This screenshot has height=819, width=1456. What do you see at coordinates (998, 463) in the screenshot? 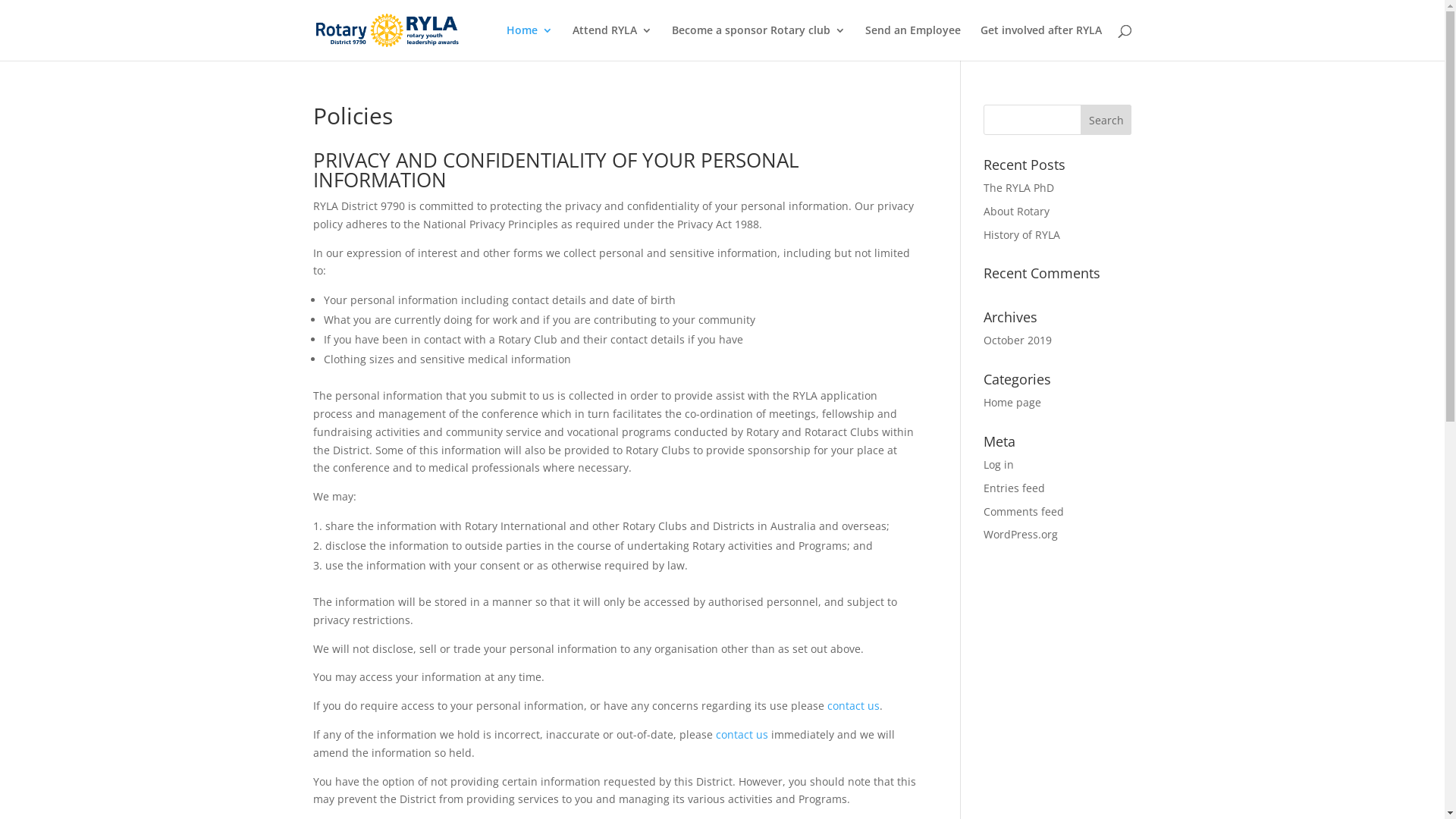
I see `'Log in'` at bounding box center [998, 463].